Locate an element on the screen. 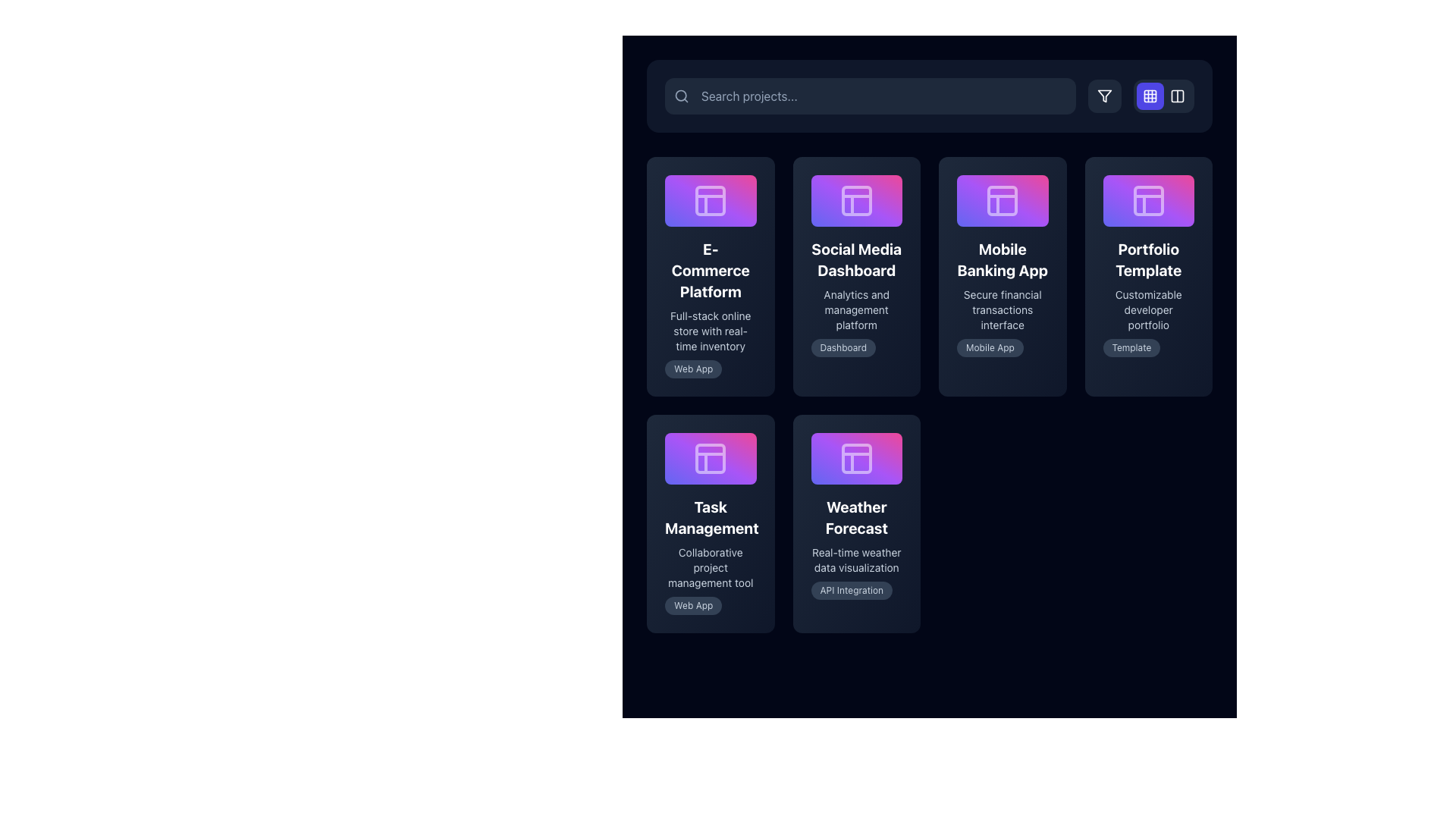 Image resolution: width=1456 pixels, height=819 pixels. the graphical icon representing the 'Weather Forecast' panel, located in the bottom row, second column among six cards is located at coordinates (856, 457).